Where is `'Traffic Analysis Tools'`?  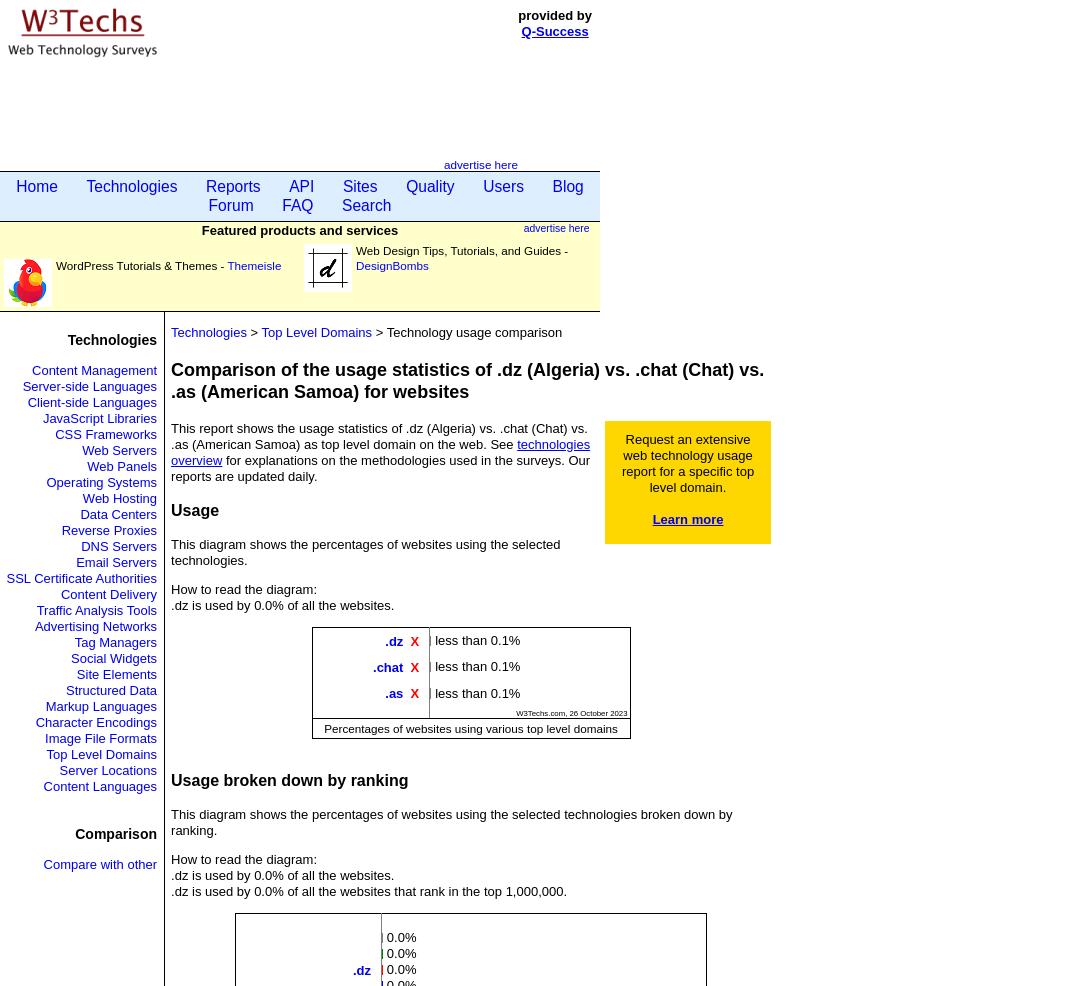 'Traffic Analysis Tools' is located at coordinates (96, 610).